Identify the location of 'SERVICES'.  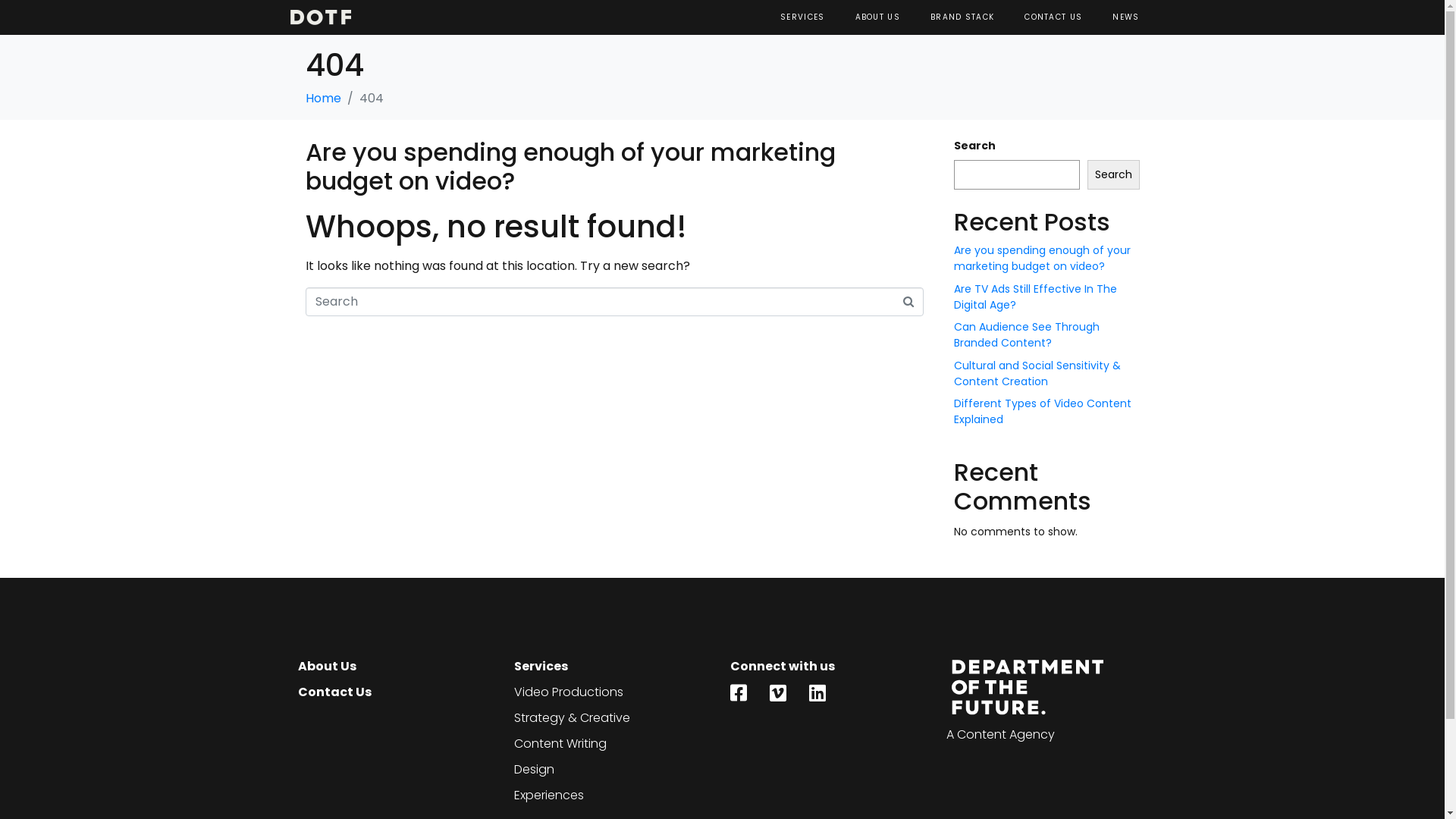
(801, 17).